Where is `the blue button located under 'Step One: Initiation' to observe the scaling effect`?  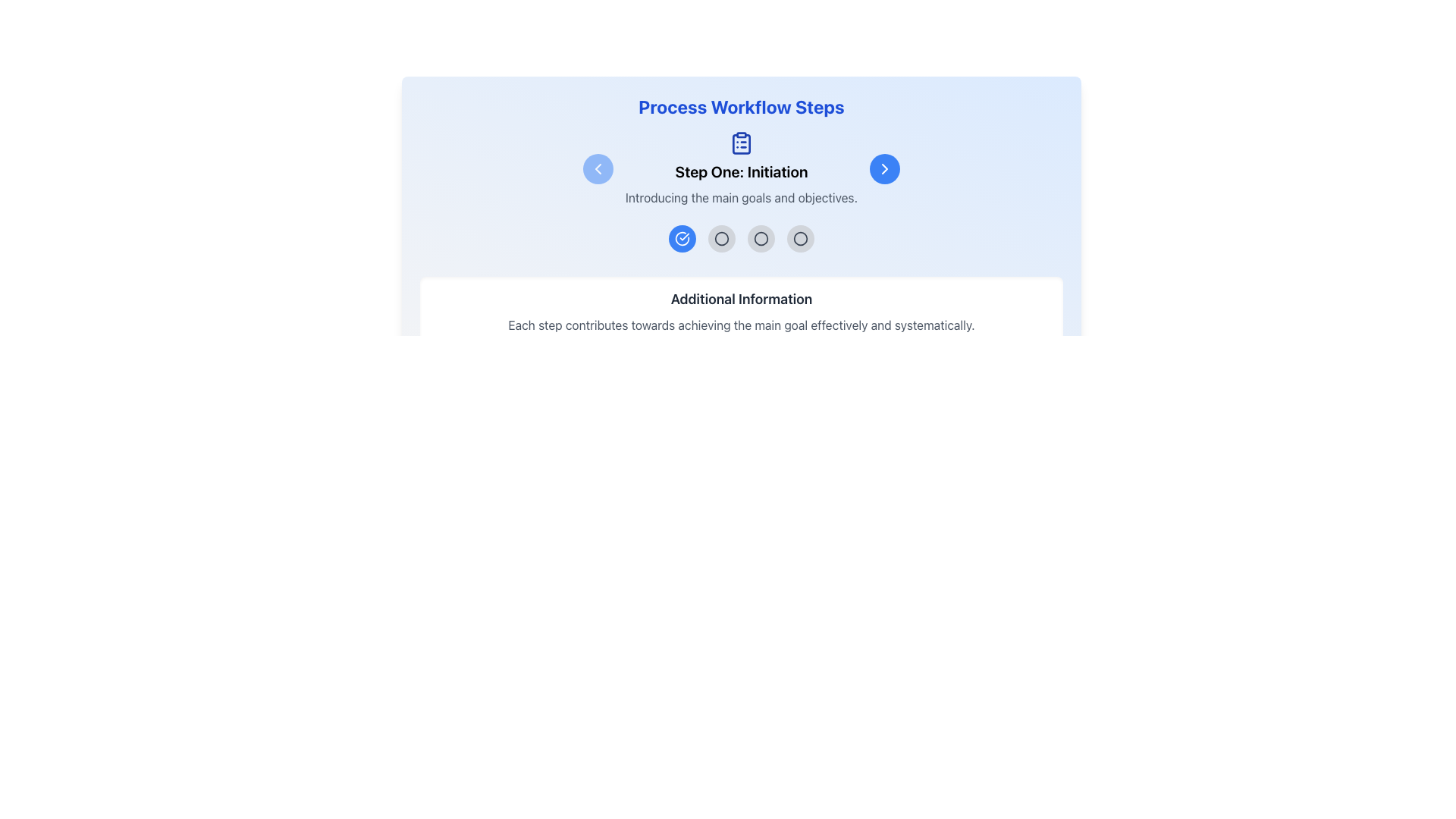
the blue button located under 'Step One: Initiation' to observe the scaling effect is located at coordinates (682, 239).